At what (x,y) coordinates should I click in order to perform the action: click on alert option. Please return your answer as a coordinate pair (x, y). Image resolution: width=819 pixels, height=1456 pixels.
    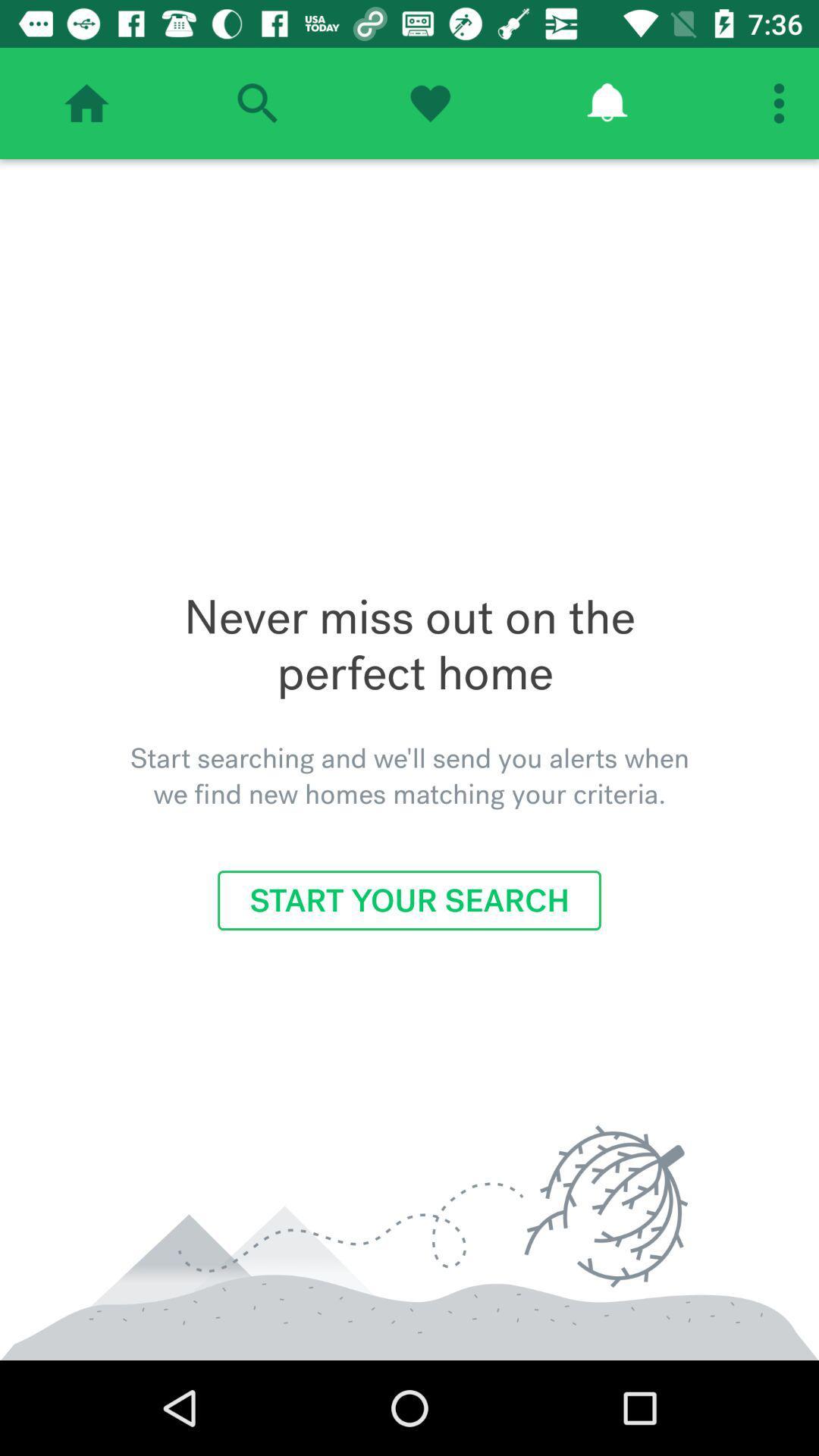
    Looking at the image, I should click on (606, 102).